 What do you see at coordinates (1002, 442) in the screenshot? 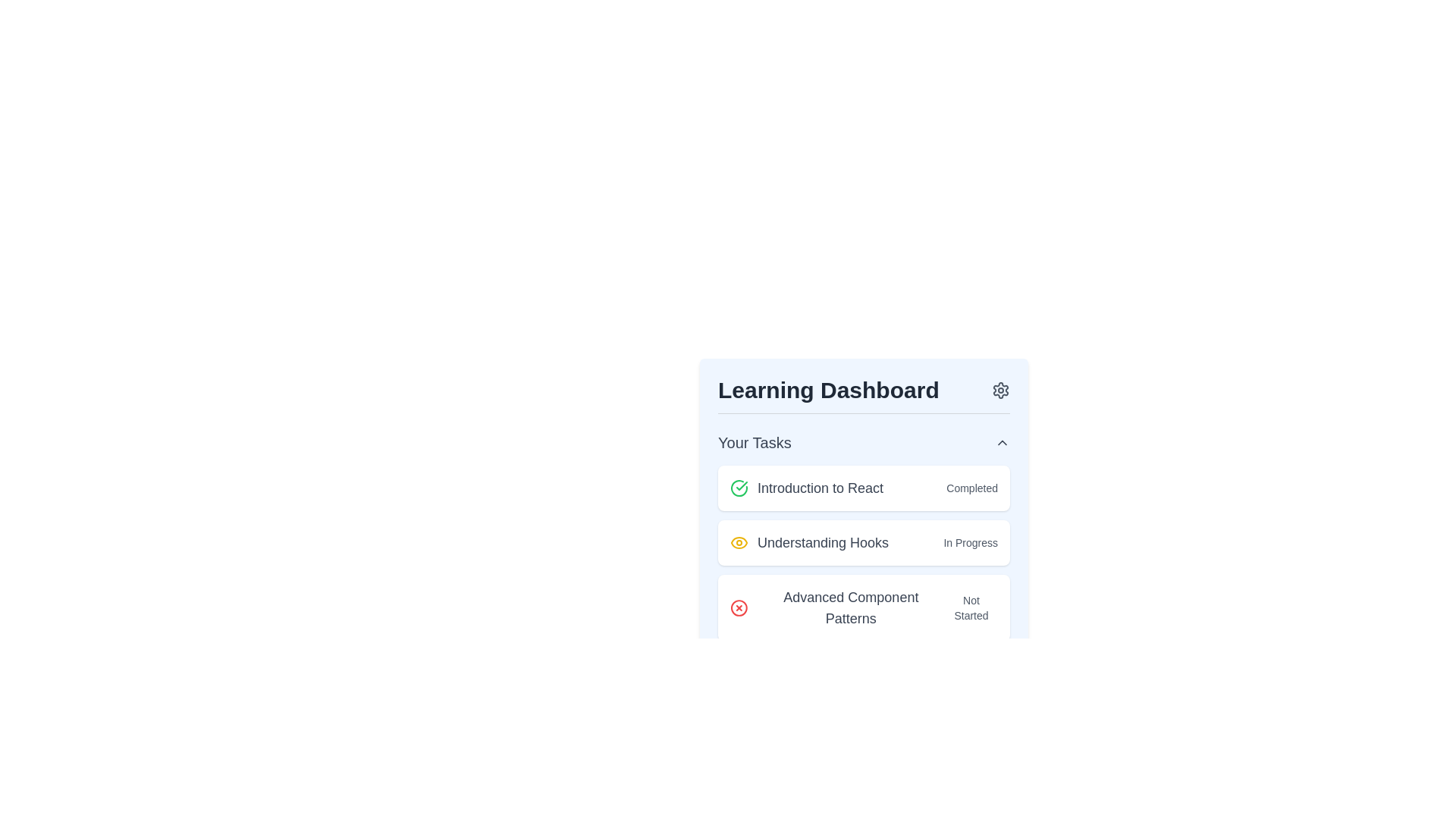
I see `the chevron-up icon` at bounding box center [1002, 442].